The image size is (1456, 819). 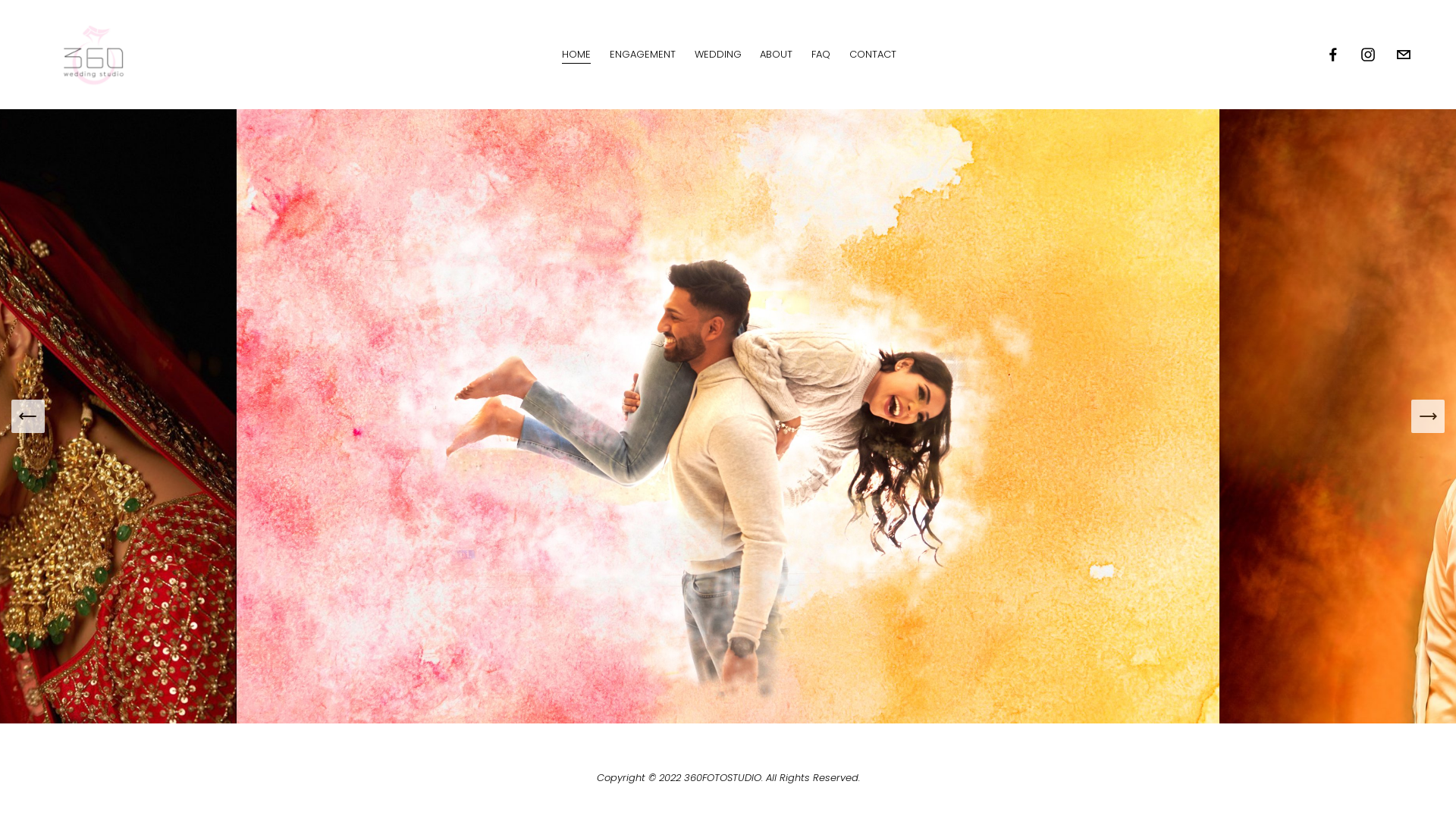 What do you see at coordinates (717, 54) in the screenshot?
I see `'WEDDING'` at bounding box center [717, 54].